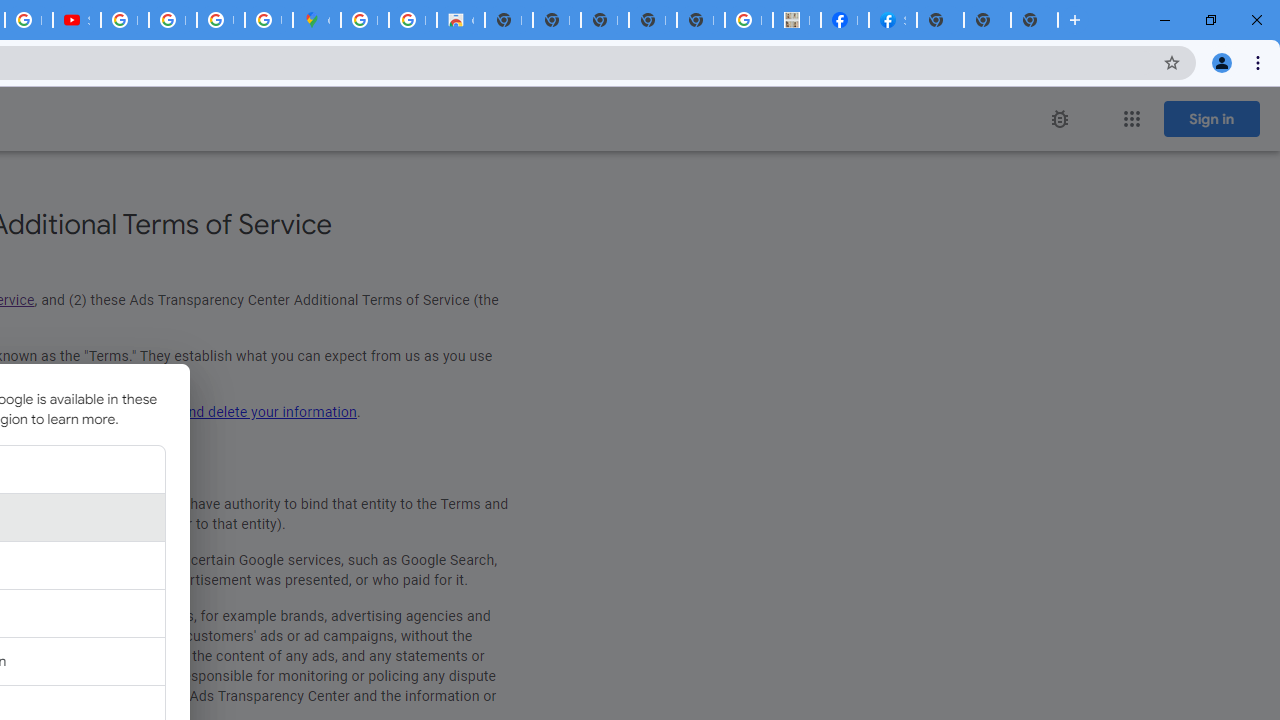  What do you see at coordinates (123, 20) in the screenshot?
I see `'How Chrome protects your passwords - Google Chrome Help'` at bounding box center [123, 20].